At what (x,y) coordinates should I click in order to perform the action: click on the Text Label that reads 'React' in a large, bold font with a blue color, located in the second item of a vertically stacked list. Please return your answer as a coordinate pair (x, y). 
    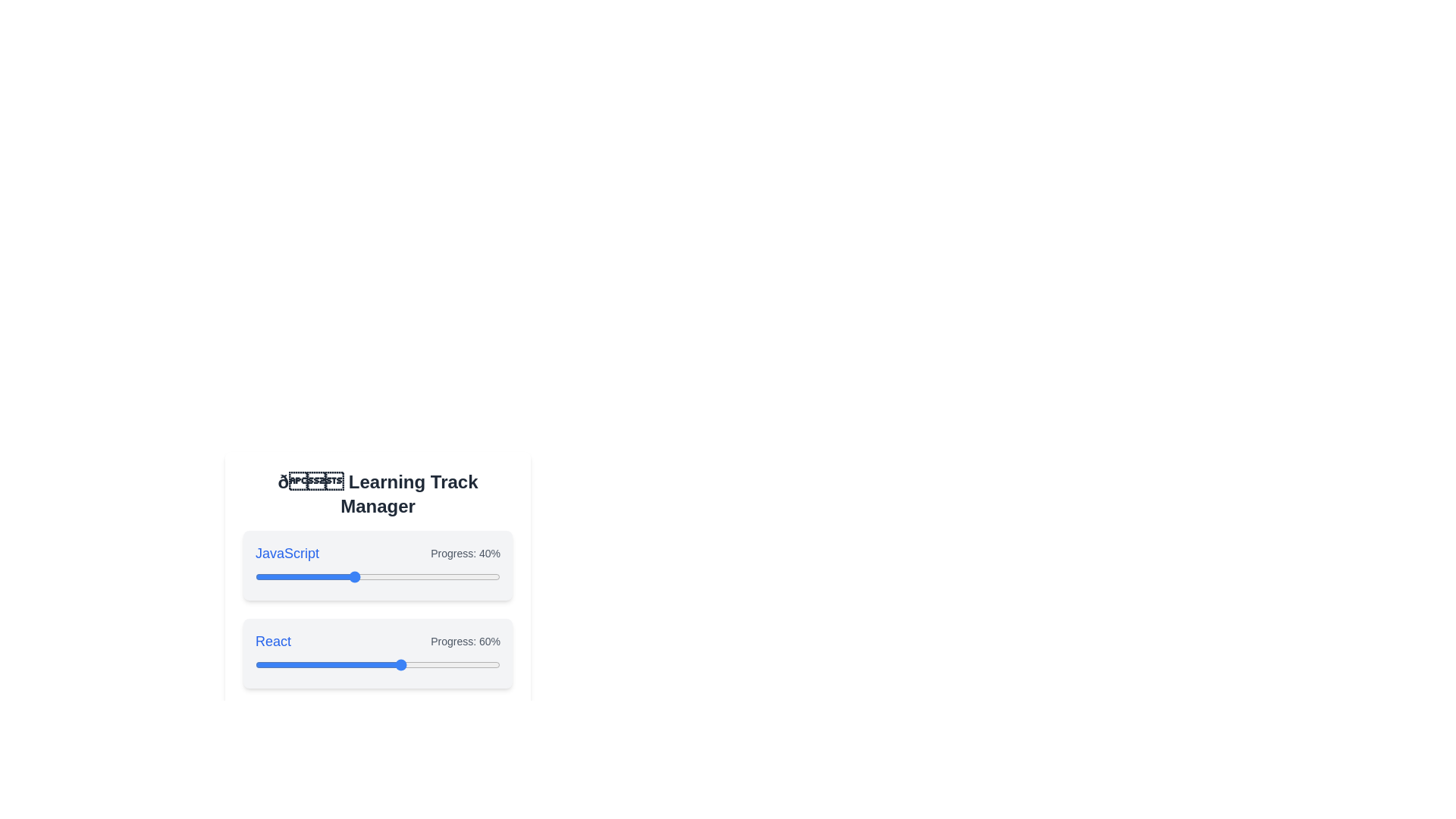
    Looking at the image, I should click on (273, 641).